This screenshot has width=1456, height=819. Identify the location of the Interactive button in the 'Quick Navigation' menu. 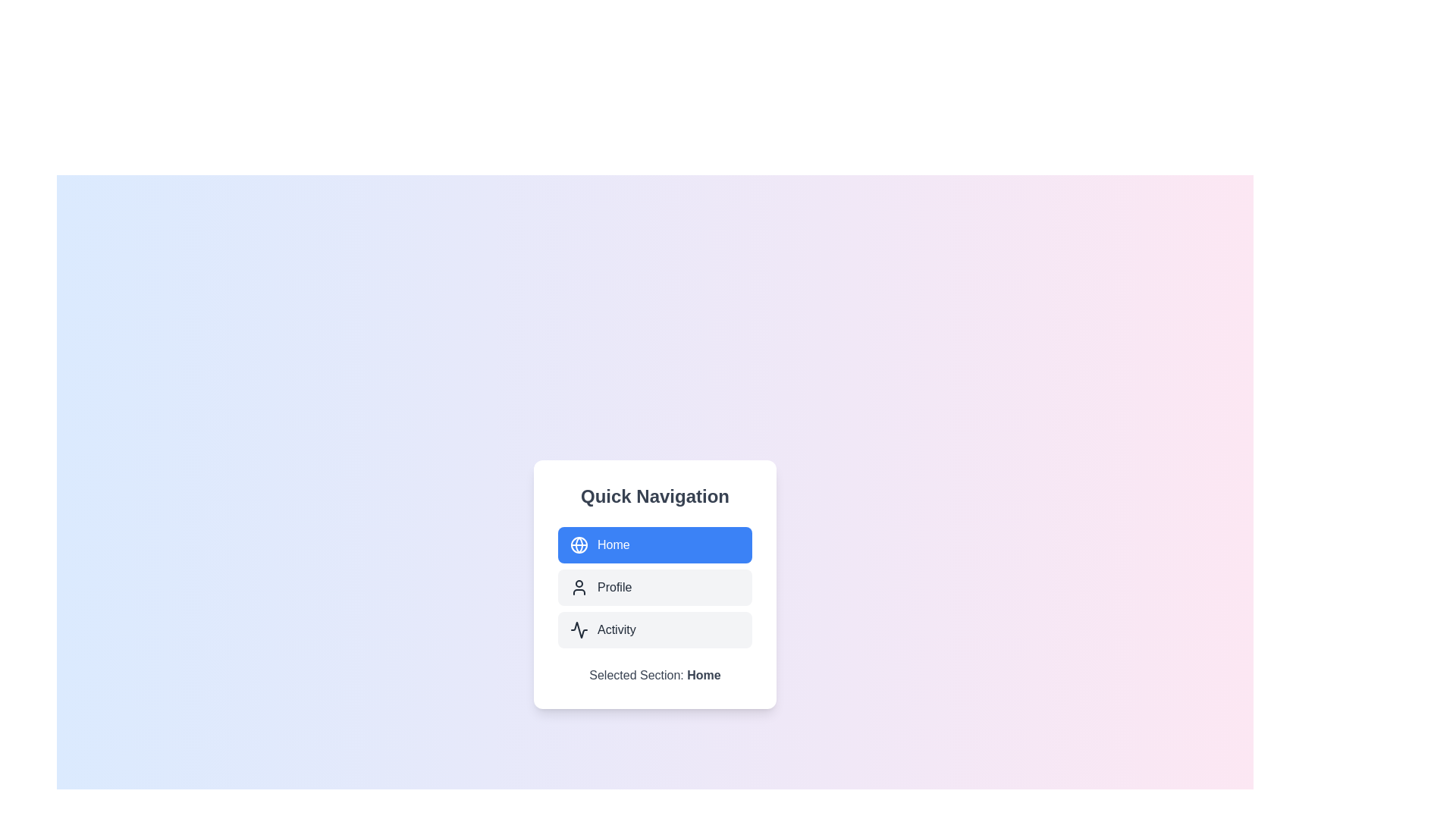
(655, 629).